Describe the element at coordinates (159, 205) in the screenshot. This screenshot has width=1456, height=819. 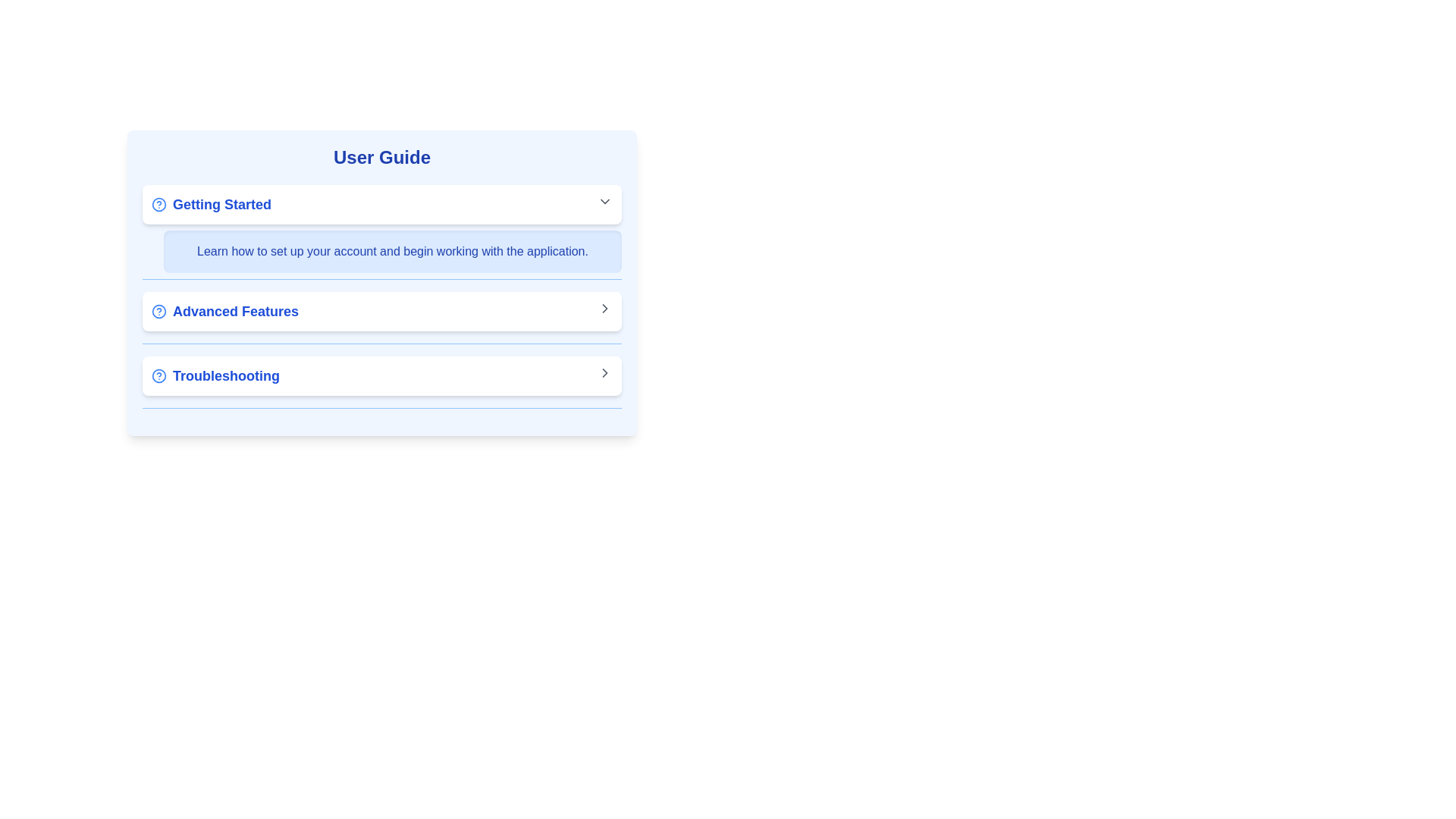
I see `the small circular help icon with a blue outline located to the left of the 'Getting Started' header in the user guide section` at that location.